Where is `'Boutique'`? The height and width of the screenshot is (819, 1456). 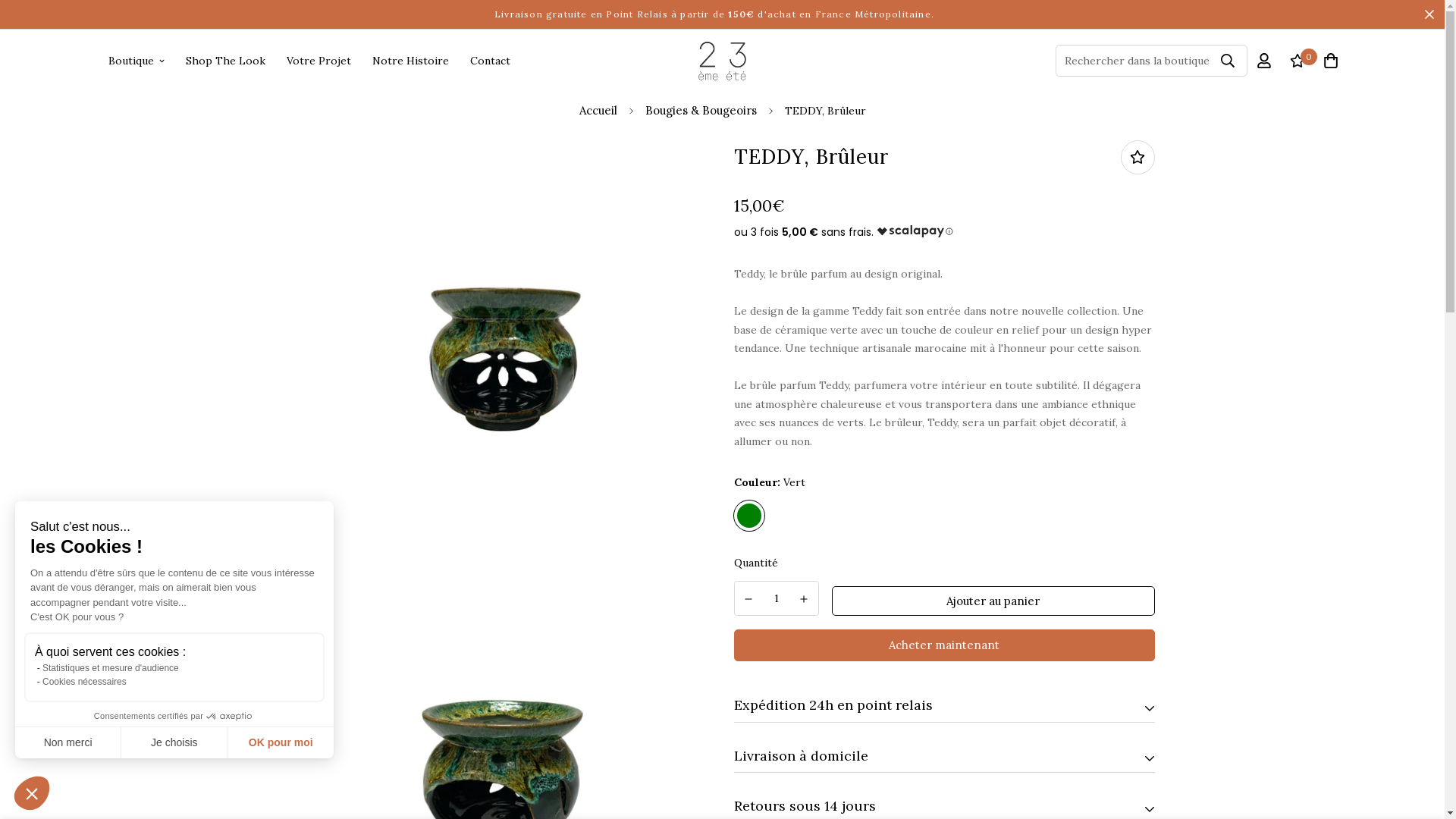 'Boutique' is located at coordinates (135, 60).